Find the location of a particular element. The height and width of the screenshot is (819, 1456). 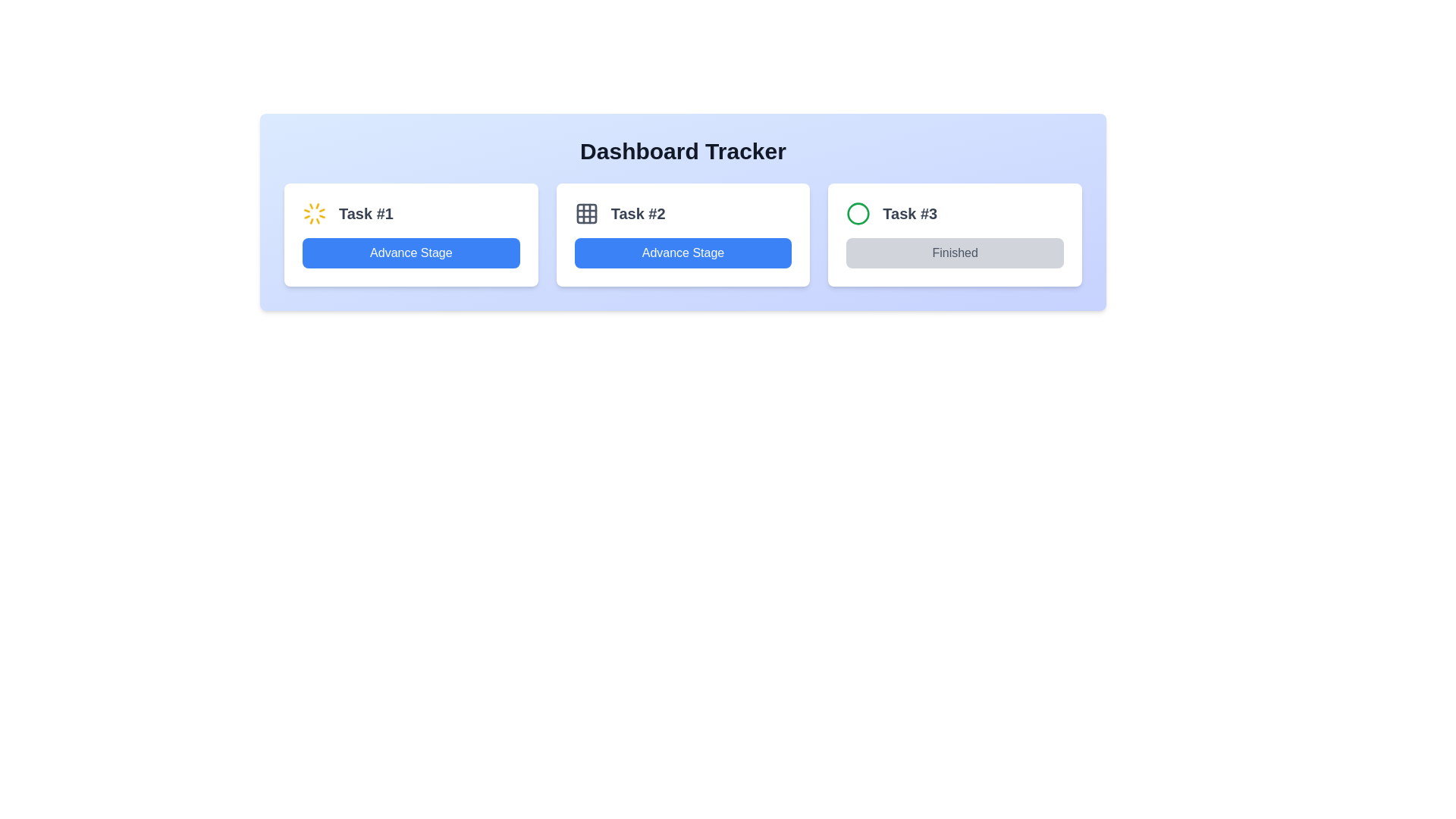

the circular icon with a green border located to the left of the text 'Task #3' is located at coordinates (858, 213).